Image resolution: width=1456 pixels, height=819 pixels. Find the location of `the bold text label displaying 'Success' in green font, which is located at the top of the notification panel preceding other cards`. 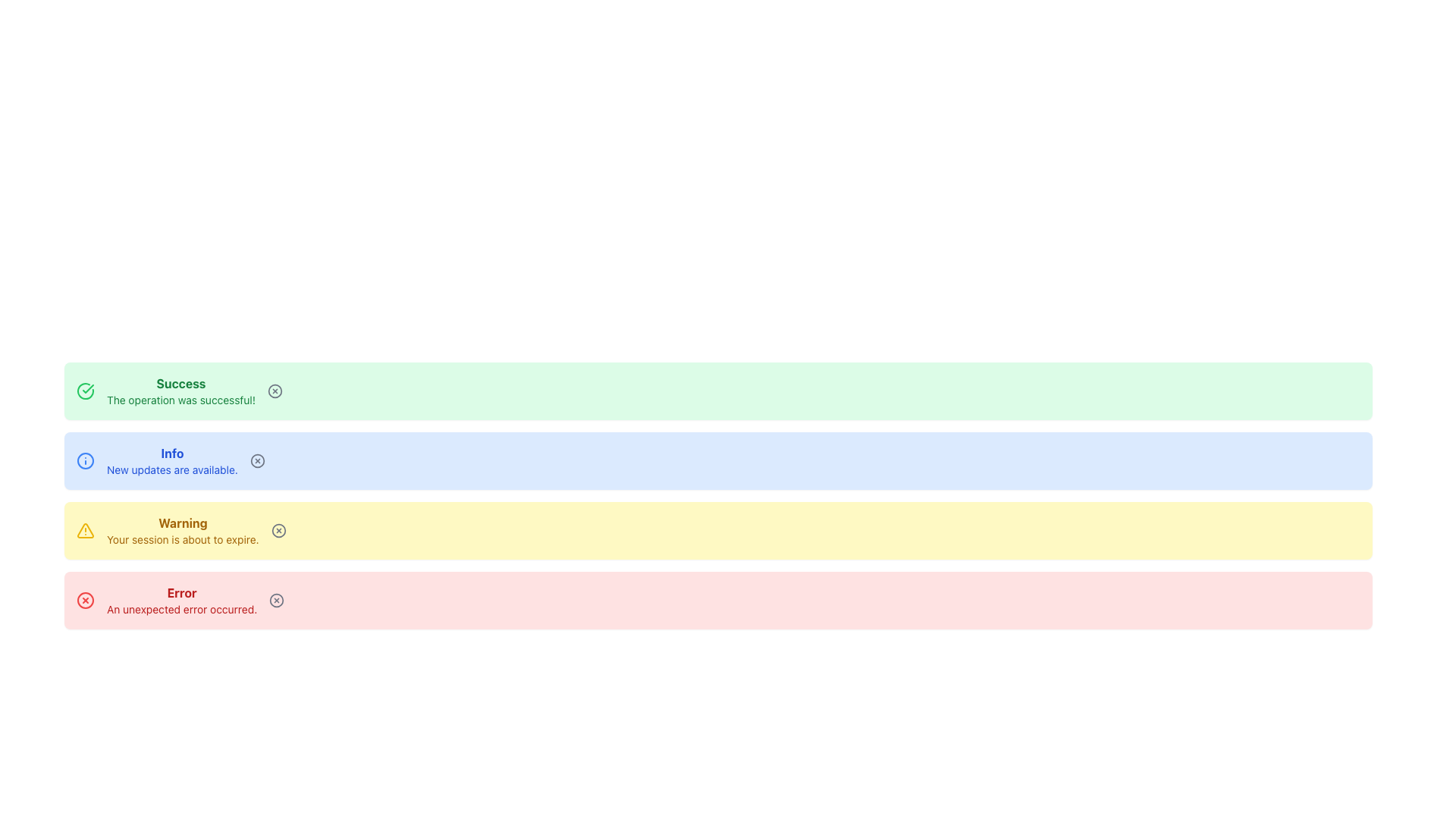

the bold text label displaying 'Success' in green font, which is located at the top of the notification panel preceding other cards is located at coordinates (181, 382).